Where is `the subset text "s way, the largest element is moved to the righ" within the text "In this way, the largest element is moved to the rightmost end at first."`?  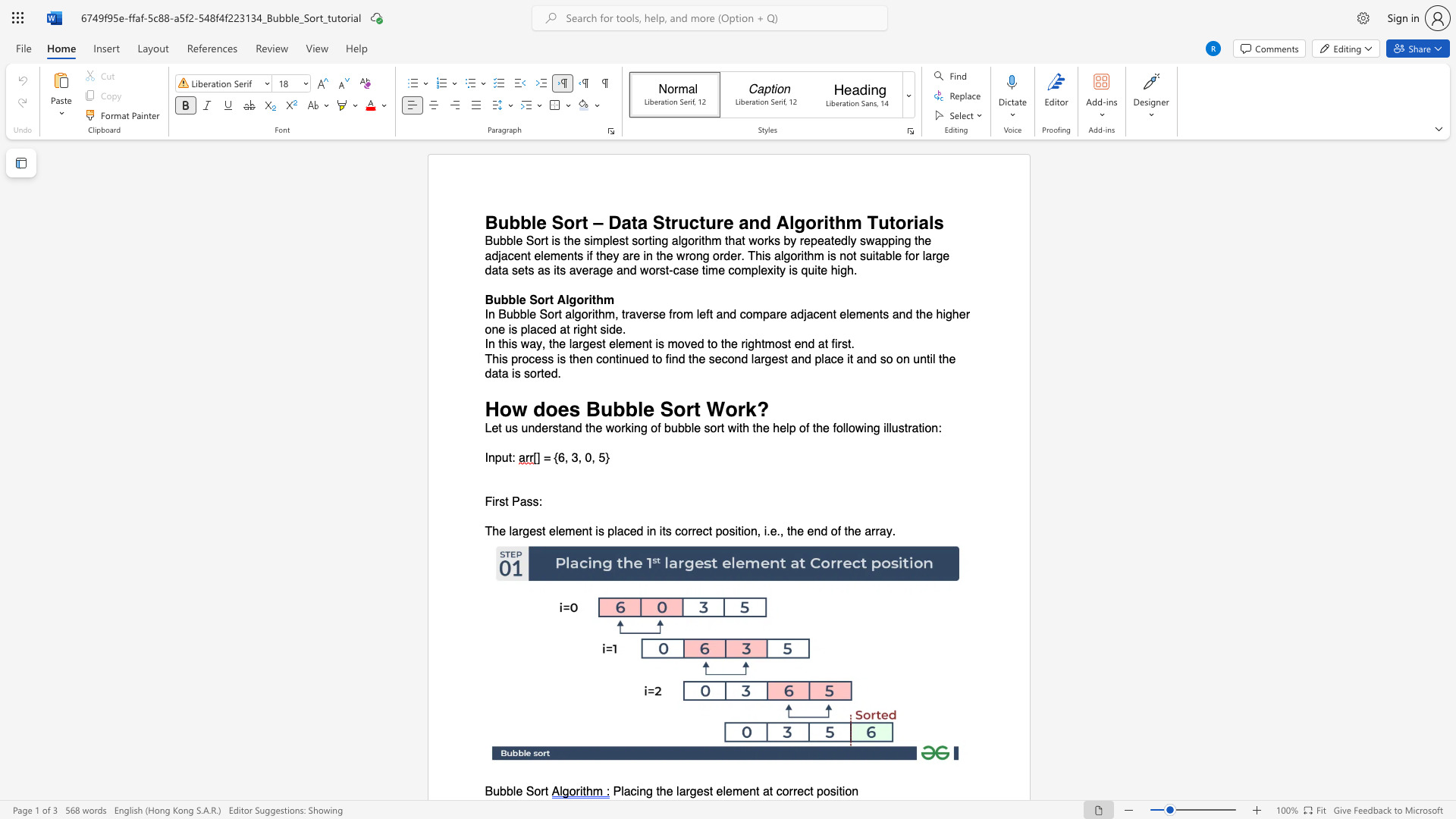
the subset text "s way, the largest element is moved to the righ" within the text "In this way, the largest element is moved to the rightmost end at first." is located at coordinates (511, 344).